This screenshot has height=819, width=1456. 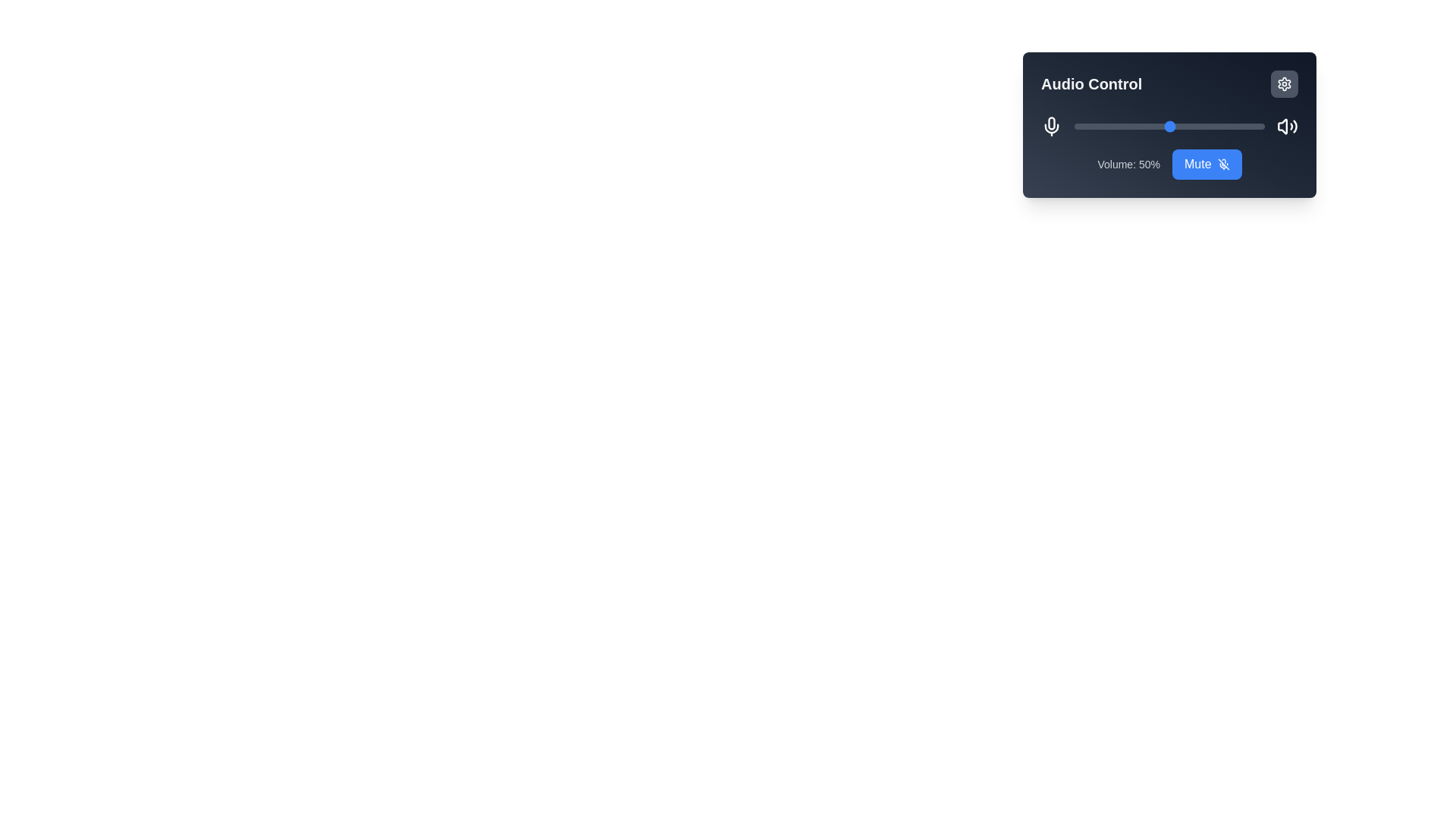 I want to click on the text label displaying 'Volume: 50%' in a gray font, which is located beneath the audio slider interface and to the left of the 'Mute' button, so click(x=1128, y=164).